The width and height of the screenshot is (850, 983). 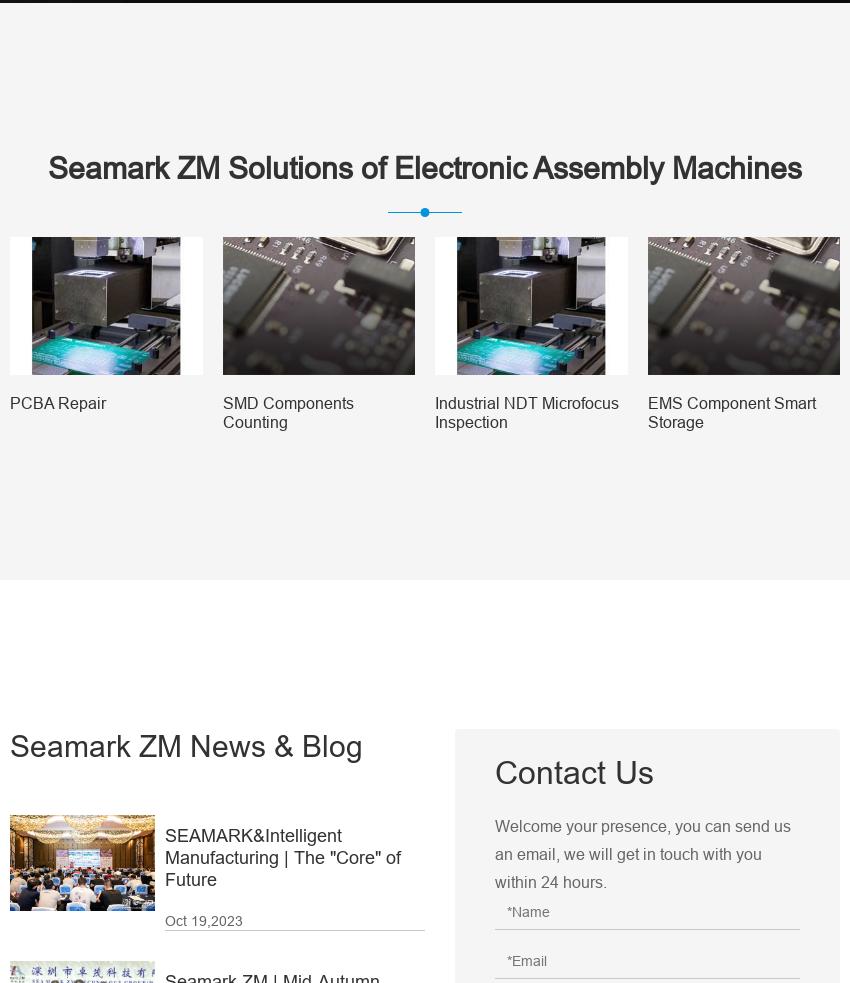 What do you see at coordinates (281, 856) in the screenshot?
I see `'SEAMARK&Intelligent Manufacturing | The "Core" of Future'` at bounding box center [281, 856].